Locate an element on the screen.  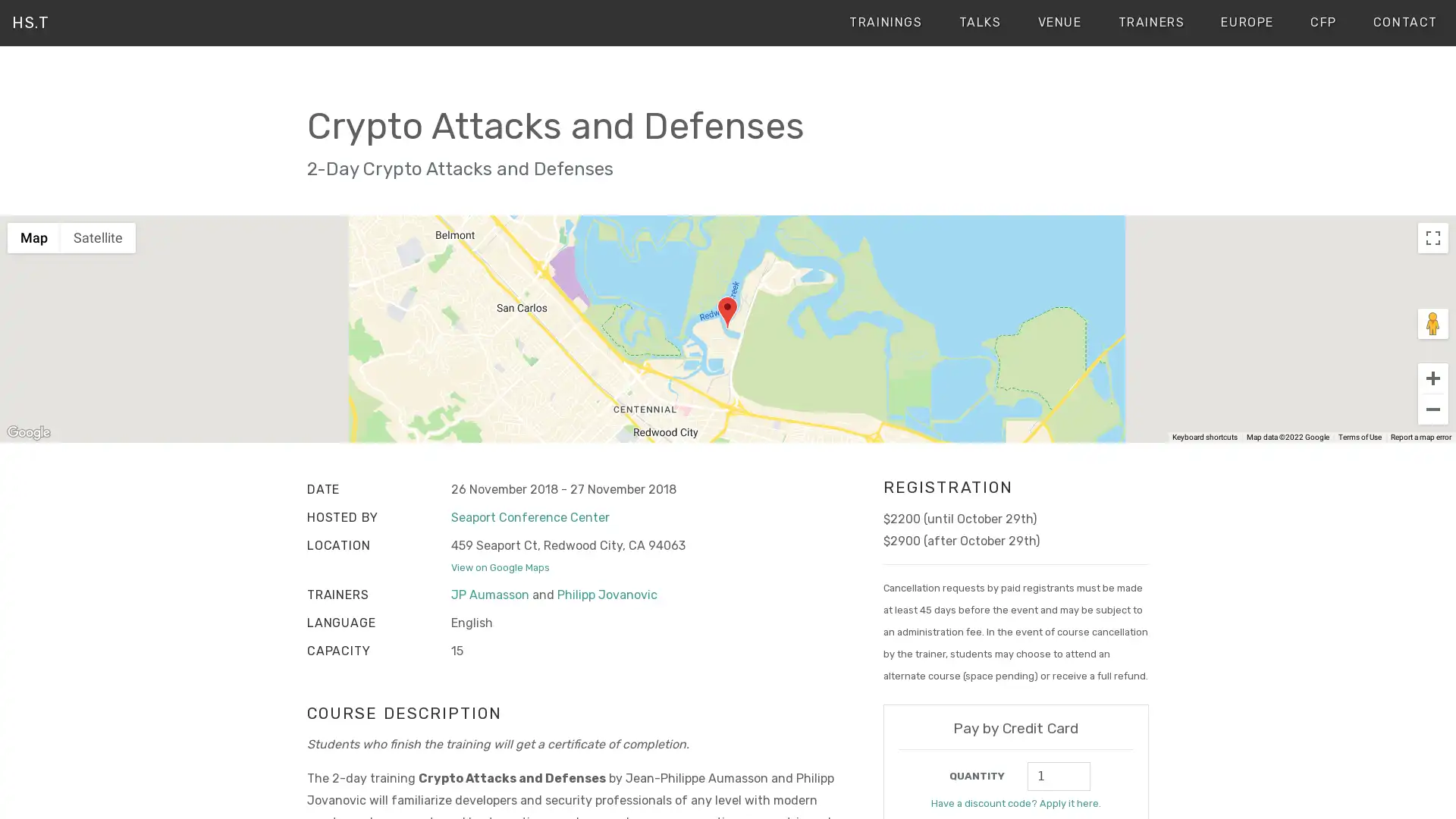
Zoom out is located at coordinates (1432, 408).